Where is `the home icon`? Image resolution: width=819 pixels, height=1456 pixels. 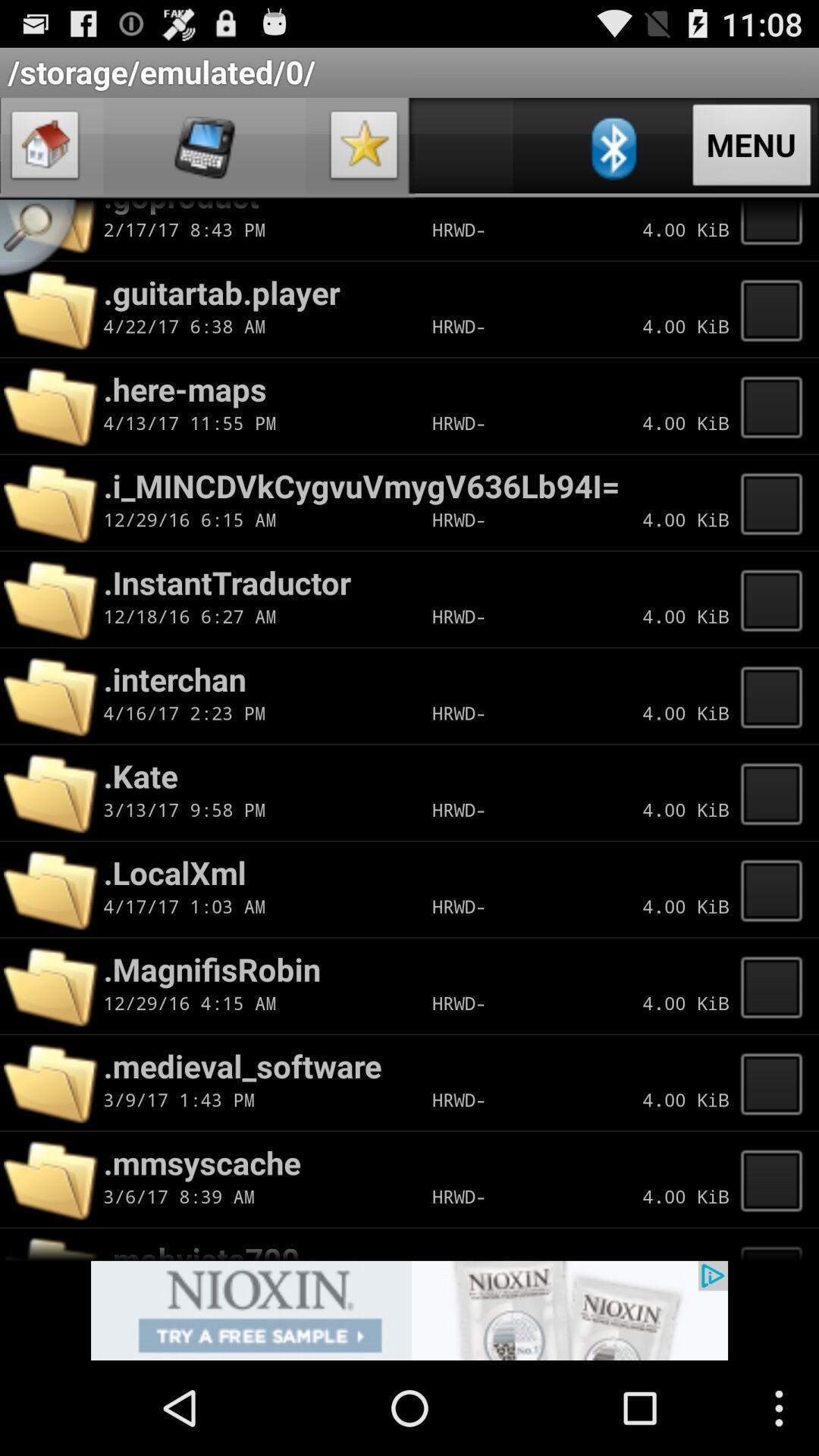
the home icon is located at coordinates (44, 158).